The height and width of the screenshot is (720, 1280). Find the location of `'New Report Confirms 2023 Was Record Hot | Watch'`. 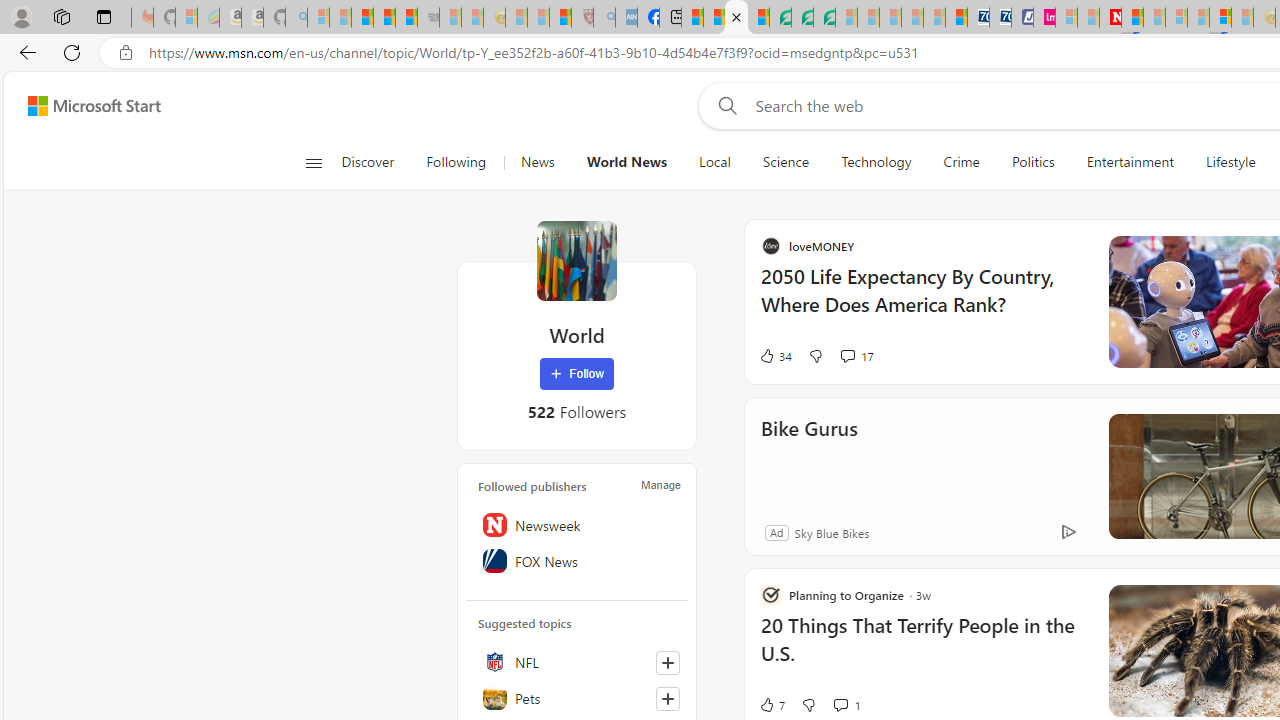

'New Report Confirms 2023 Was Record Hot | Watch' is located at coordinates (405, 17).